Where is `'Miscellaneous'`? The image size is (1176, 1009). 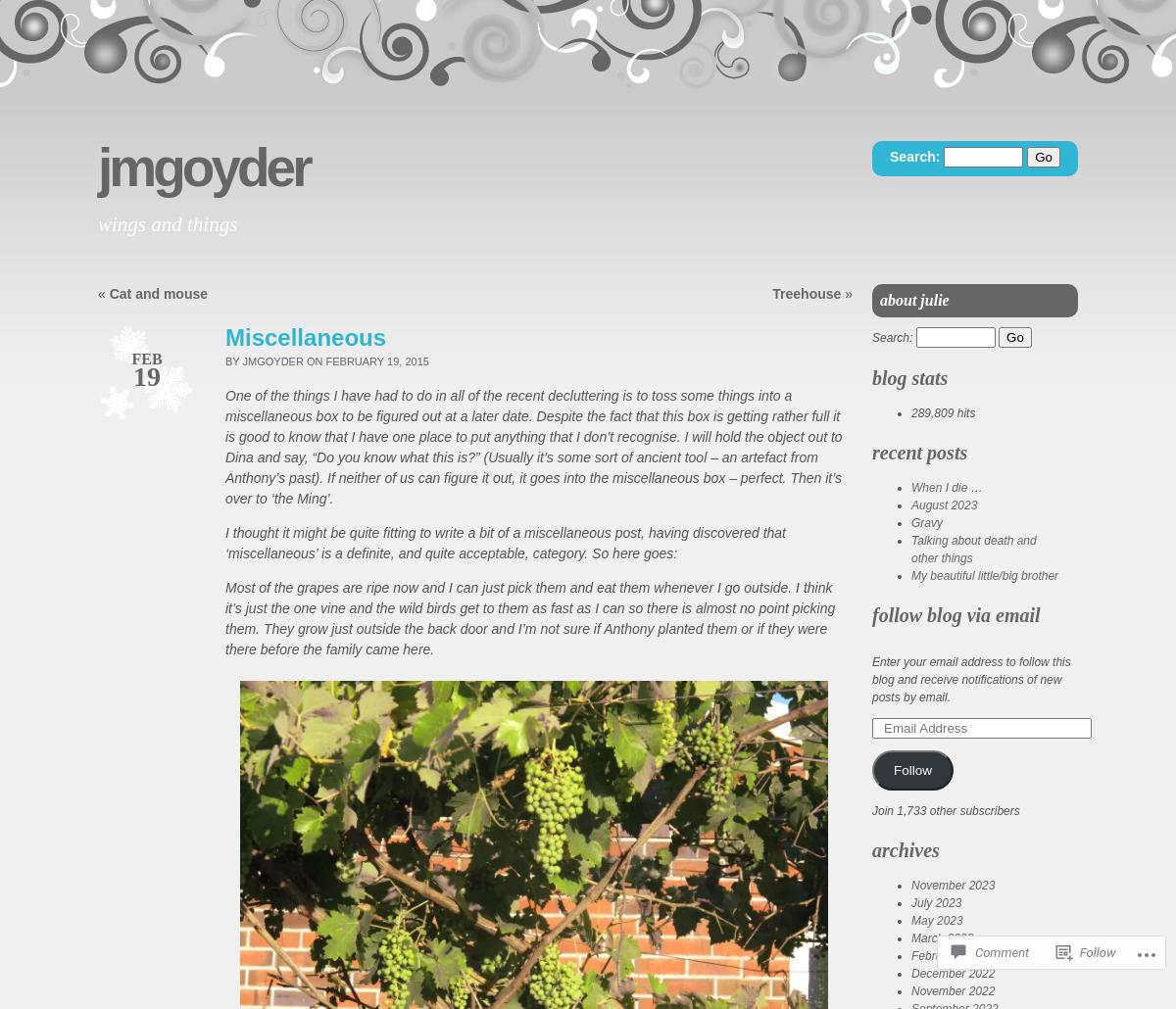
'Miscellaneous' is located at coordinates (306, 337).